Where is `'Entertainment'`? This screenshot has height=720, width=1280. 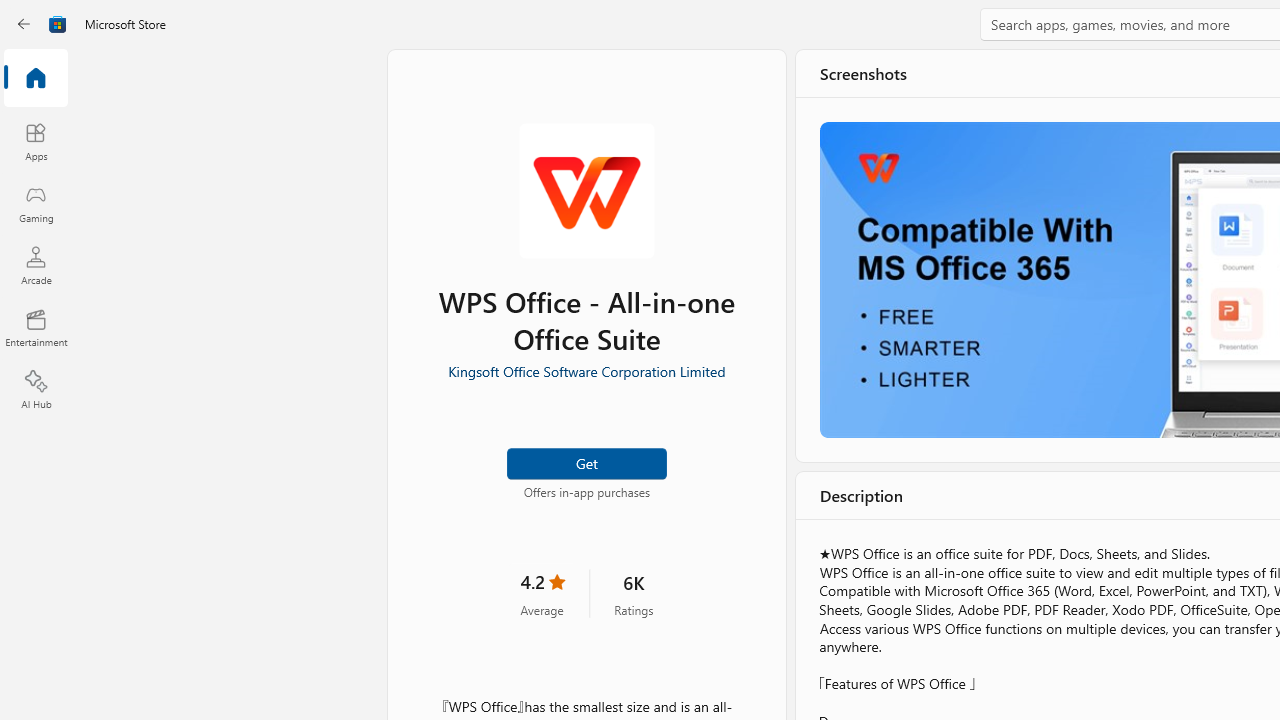
'Entertainment' is located at coordinates (35, 326).